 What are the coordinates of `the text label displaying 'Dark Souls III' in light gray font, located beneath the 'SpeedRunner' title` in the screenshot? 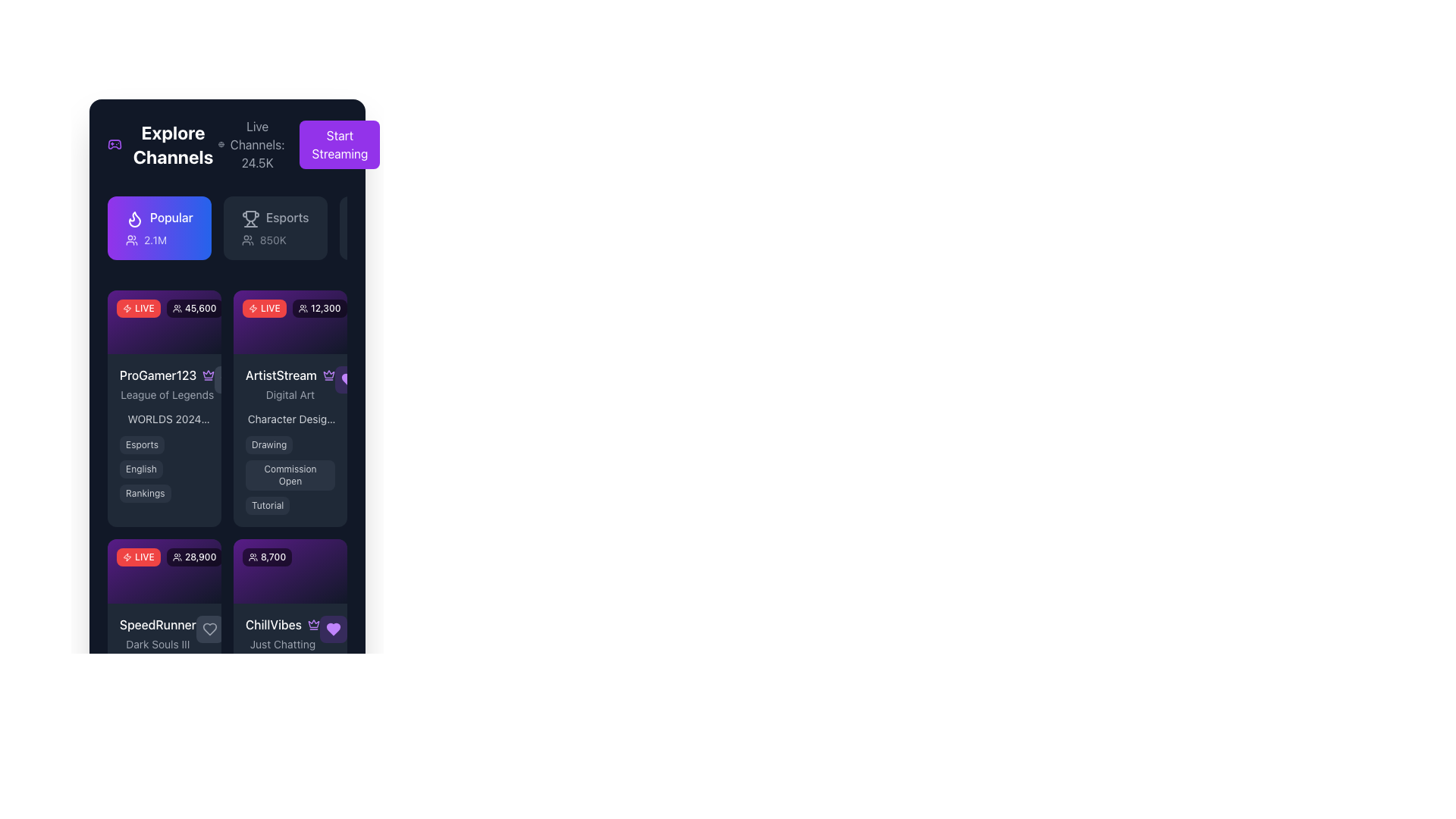 It's located at (158, 644).